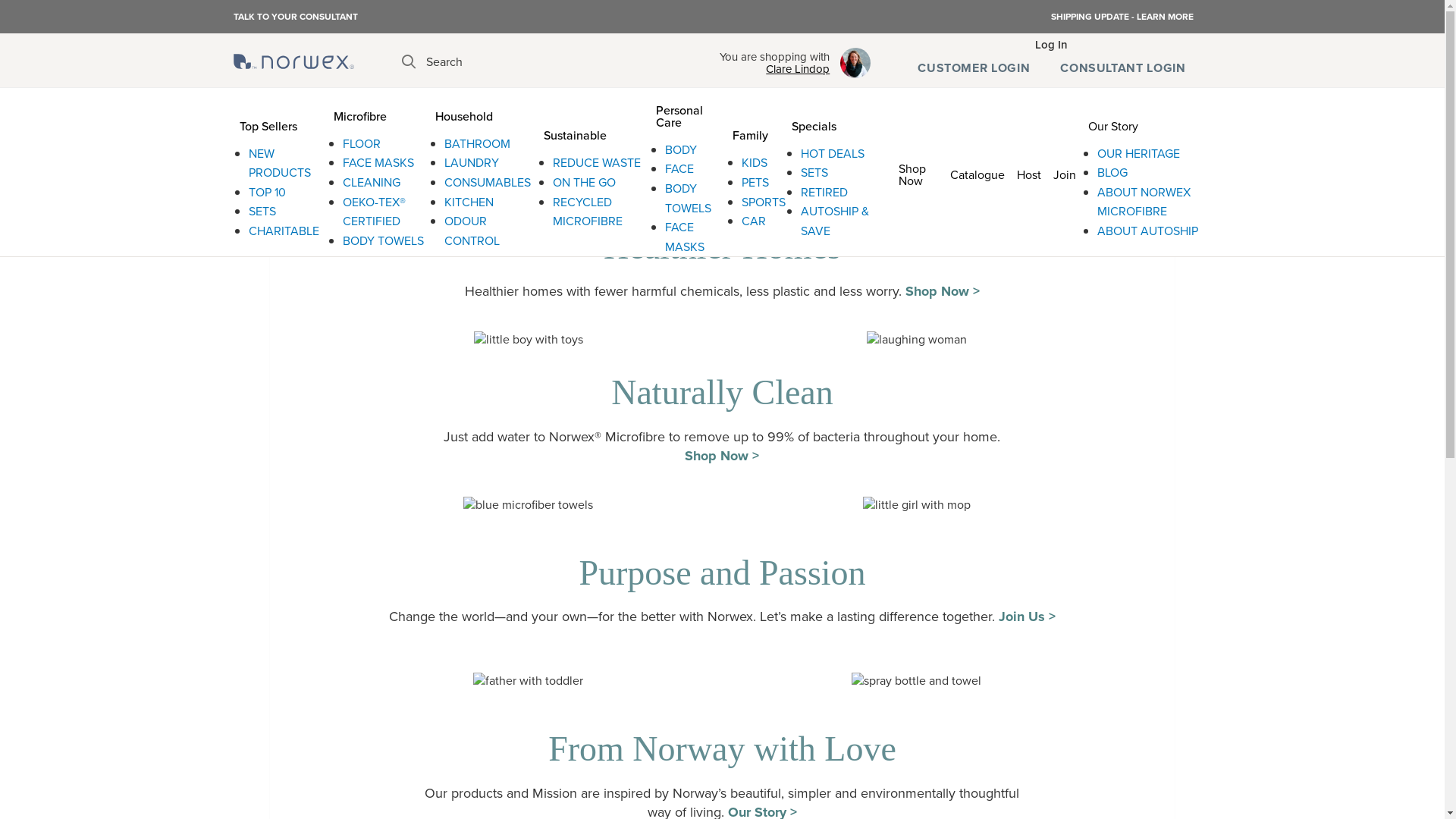 This screenshot has width=1456, height=819. I want to click on 'BODY', so click(665, 149).